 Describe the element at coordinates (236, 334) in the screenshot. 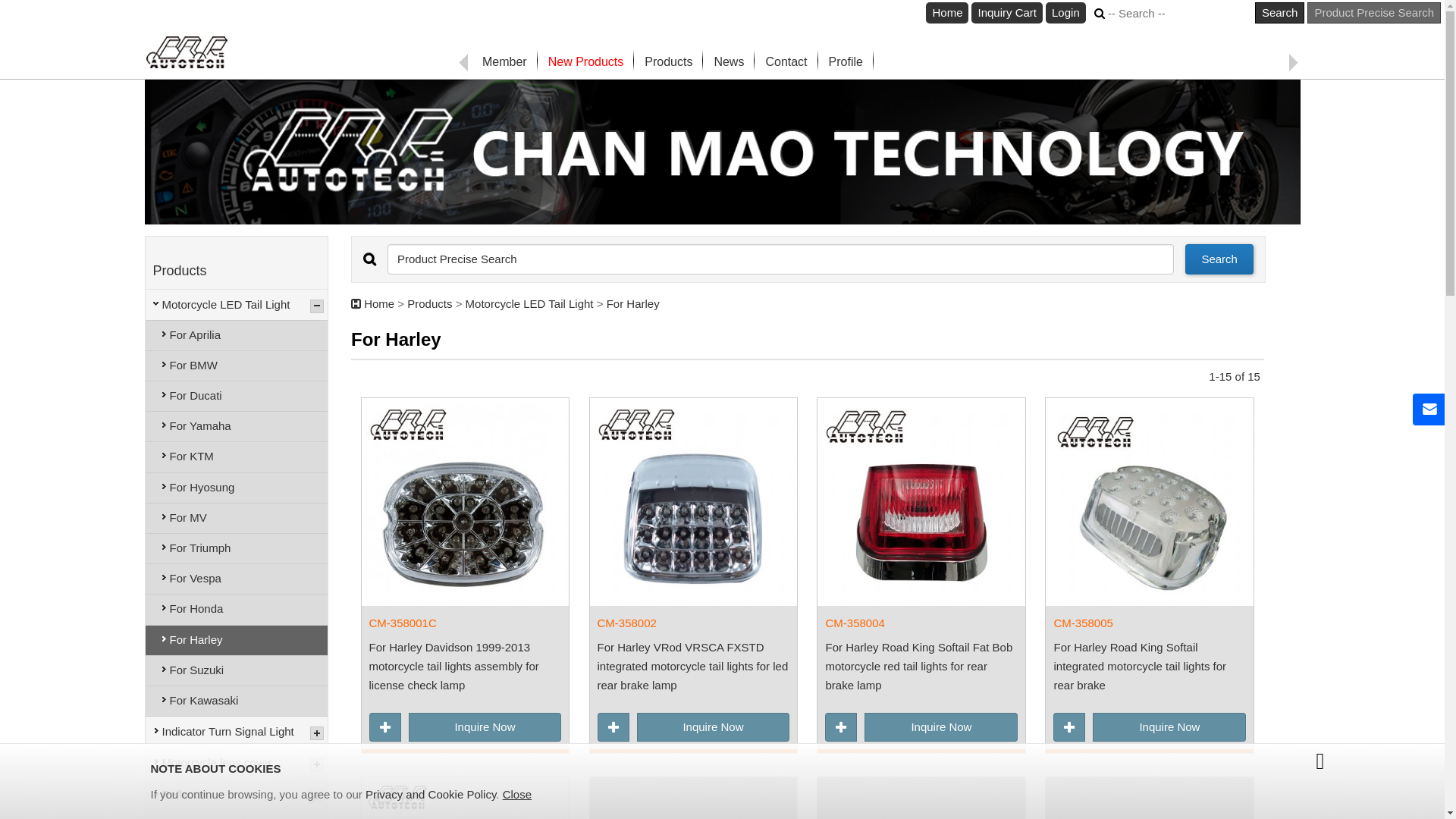

I see `'For Aprilia'` at that location.